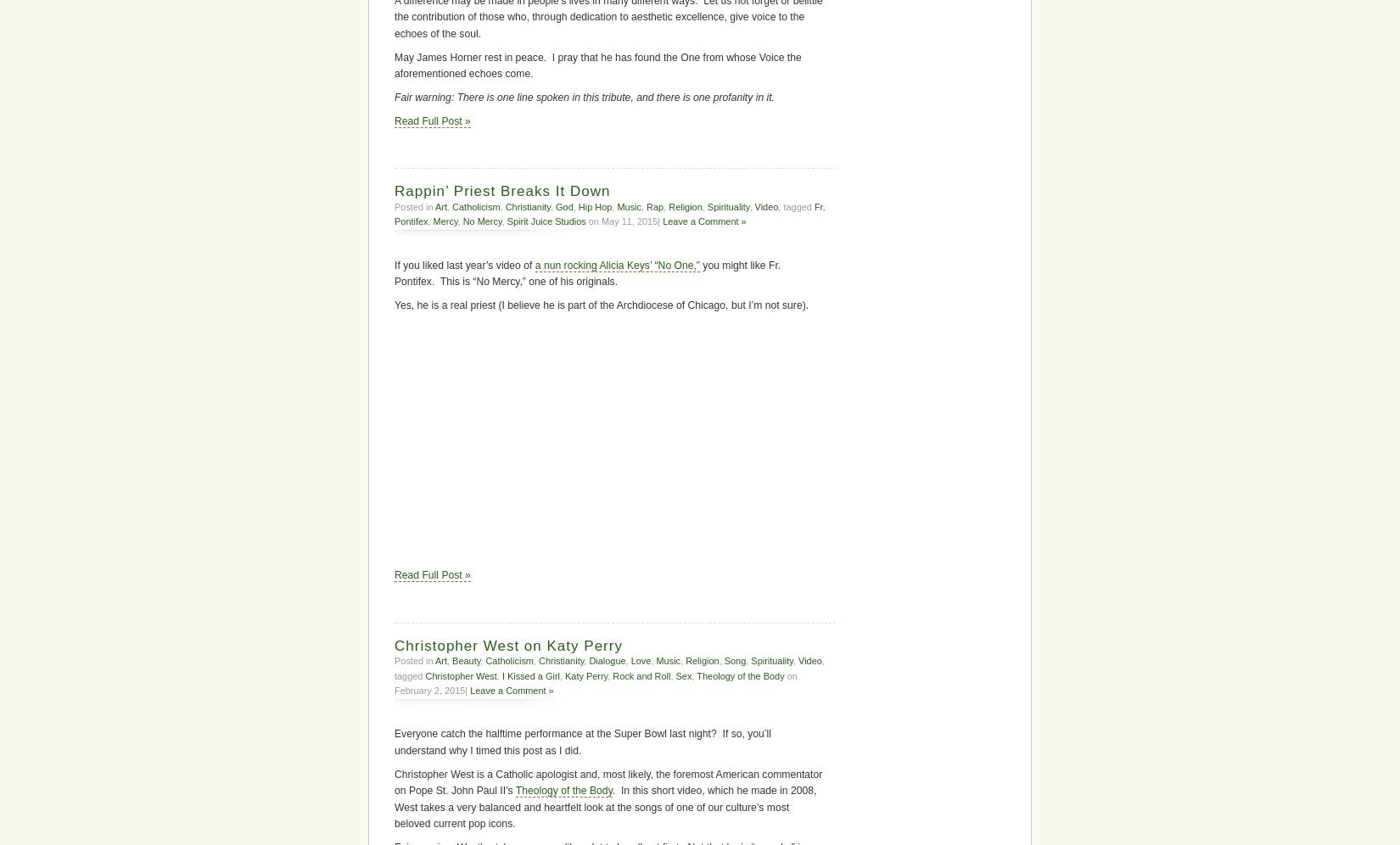  I want to click on 'Christopher West on Katy Perry', so click(507, 645).